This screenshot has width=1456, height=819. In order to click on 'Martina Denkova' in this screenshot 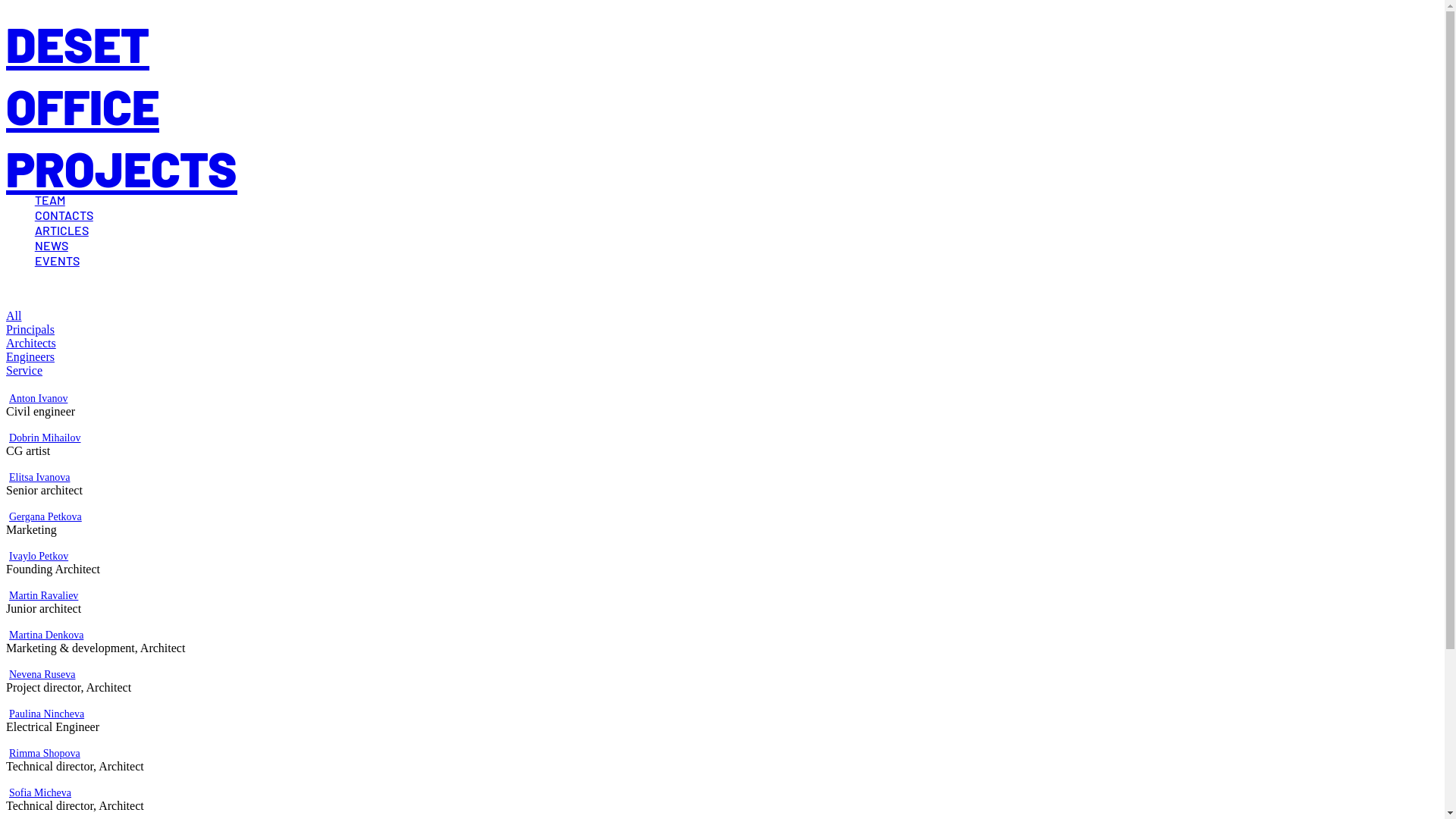, I will do `click(46, 635)`.